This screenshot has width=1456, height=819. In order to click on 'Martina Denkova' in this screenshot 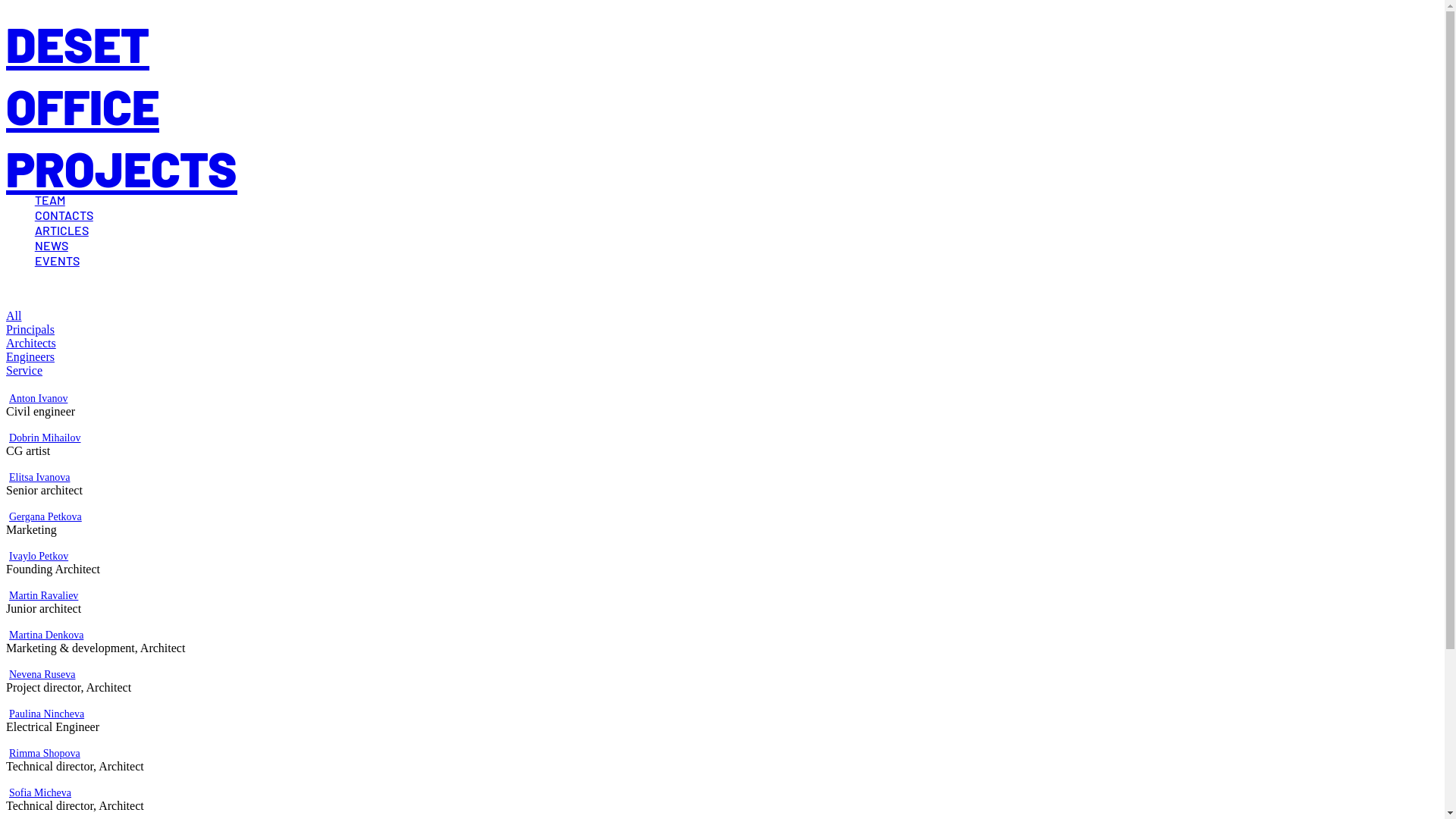, I will do `click(46, 635)`.